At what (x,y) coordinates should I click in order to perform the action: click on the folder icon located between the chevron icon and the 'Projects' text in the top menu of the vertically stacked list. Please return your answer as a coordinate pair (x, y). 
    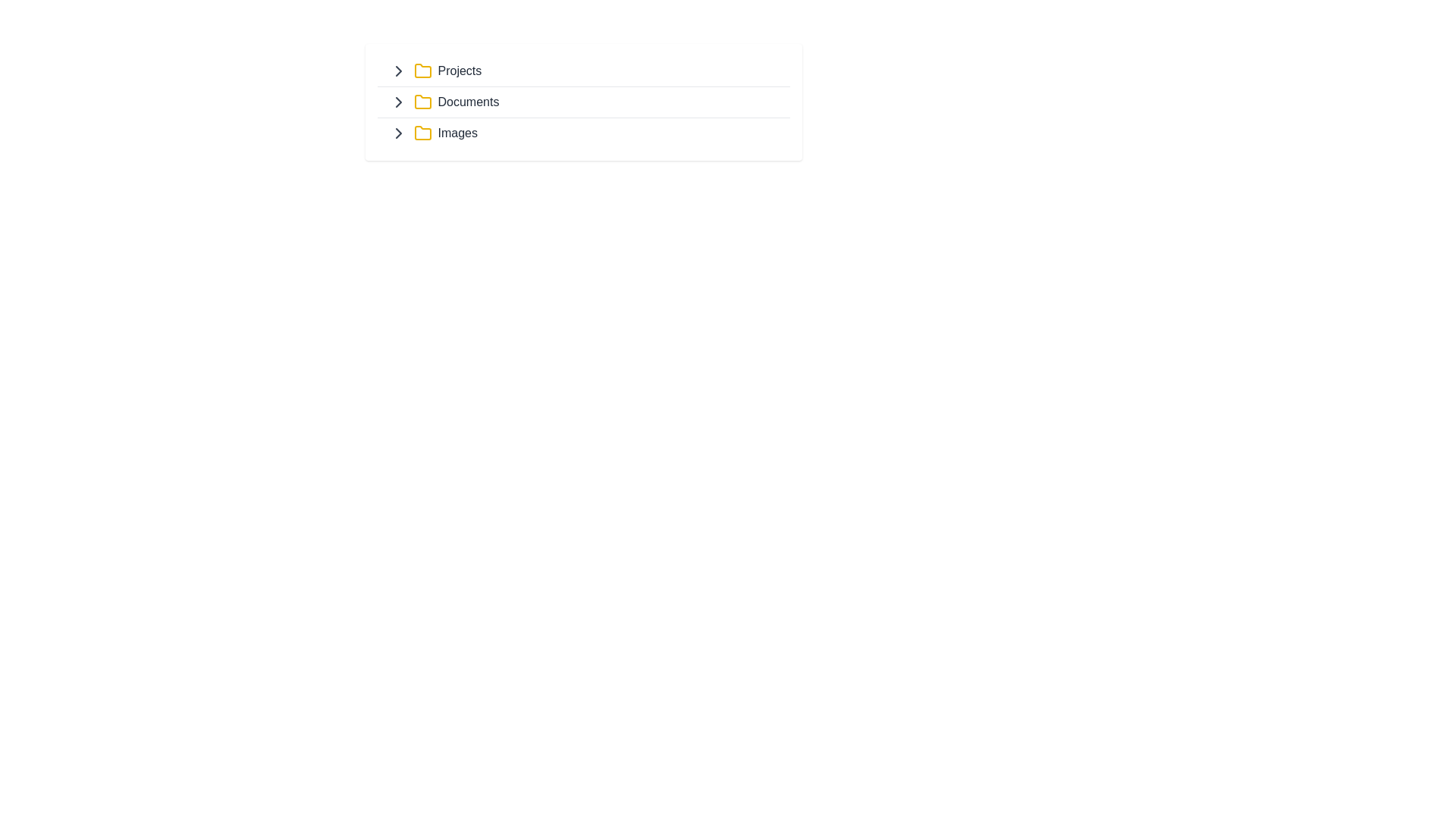
    Looking at the image, I should click on (422, 71).